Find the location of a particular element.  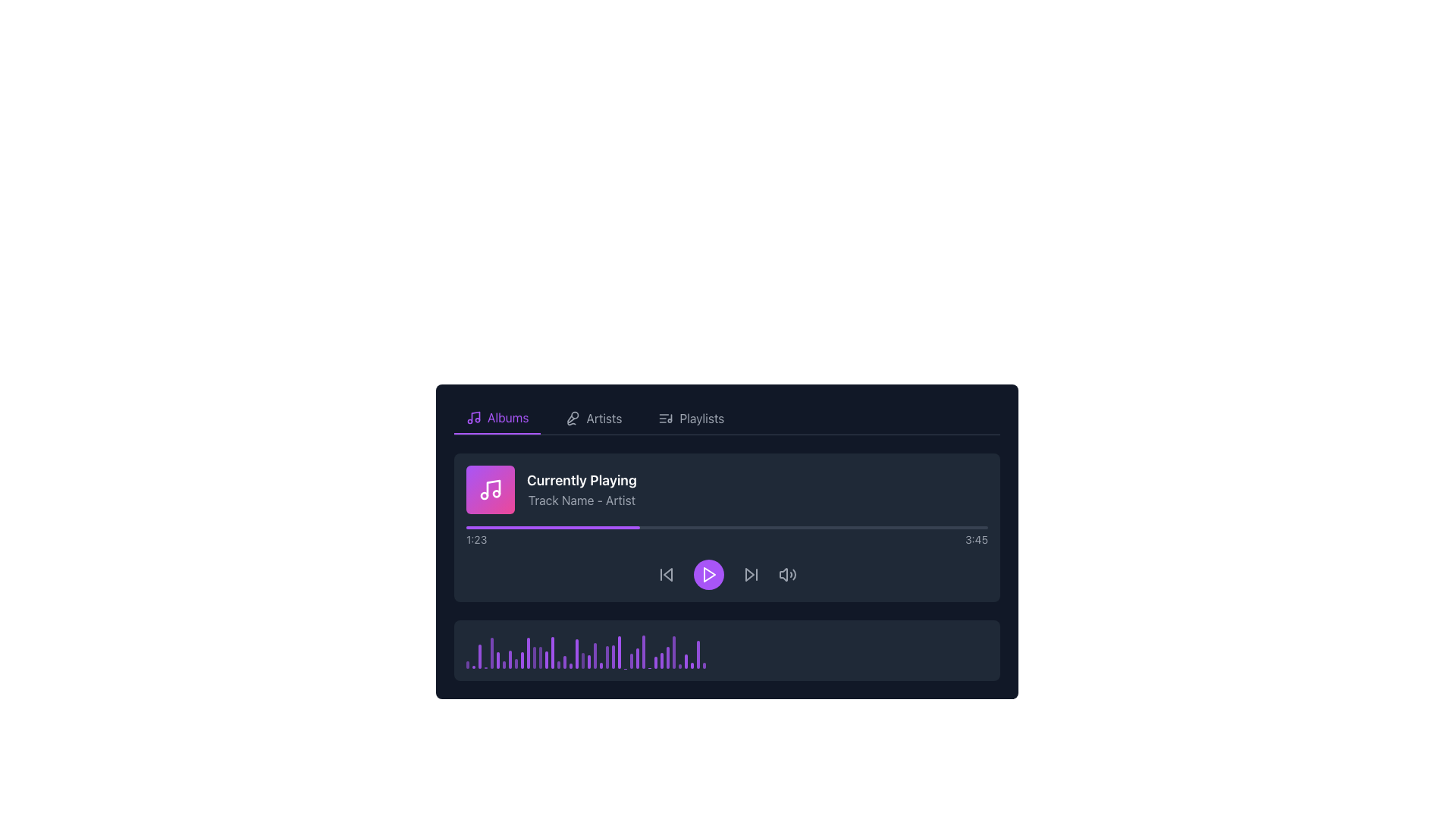

the music note icon located on the left side of the 'Currently Playing' section, just above the text 'Track Name - Artist' is located at coordinates (491, 489).